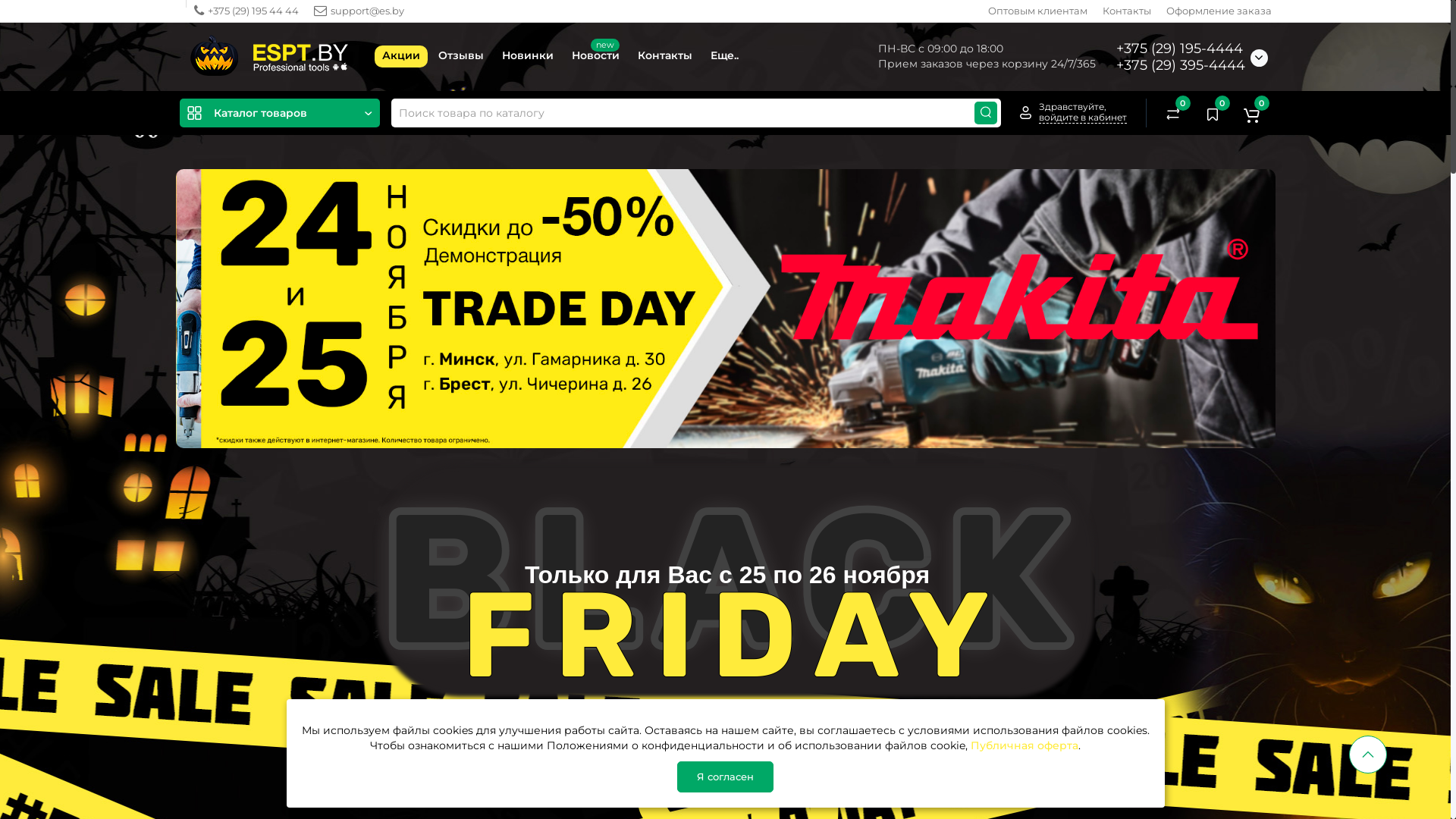 The height and width of the screenshot is (819, 1456). I want to click on '+375 (29) 195-4444', so click(1178, 48).